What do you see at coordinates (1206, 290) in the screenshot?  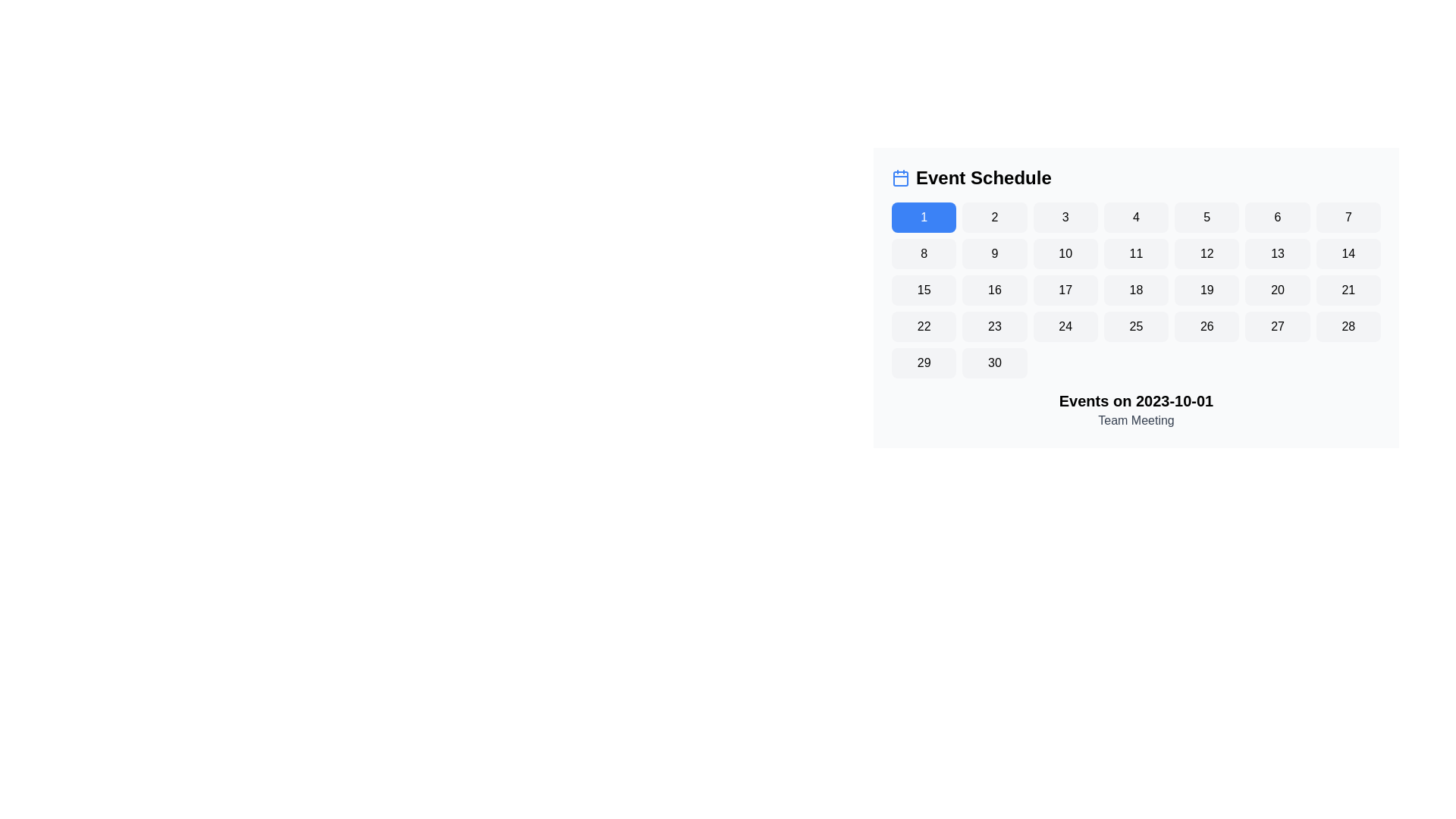 I see `the button displaying the number '19' with a grayish background and black text, located in the third row and fifth column of the grid layout` at bounding box center [1206, 290].